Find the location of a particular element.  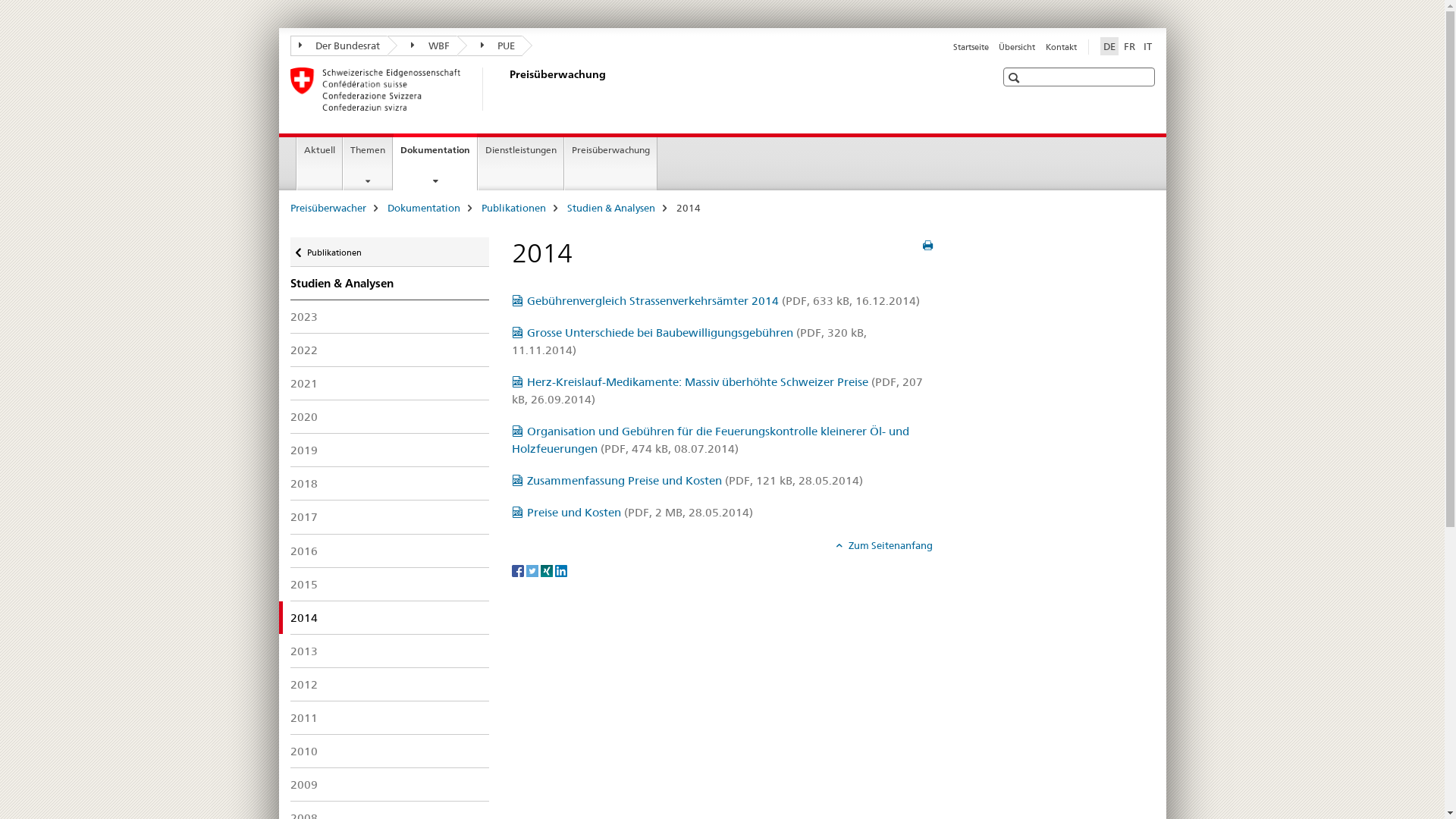

'IT' is located at coordinates (1147, 45).